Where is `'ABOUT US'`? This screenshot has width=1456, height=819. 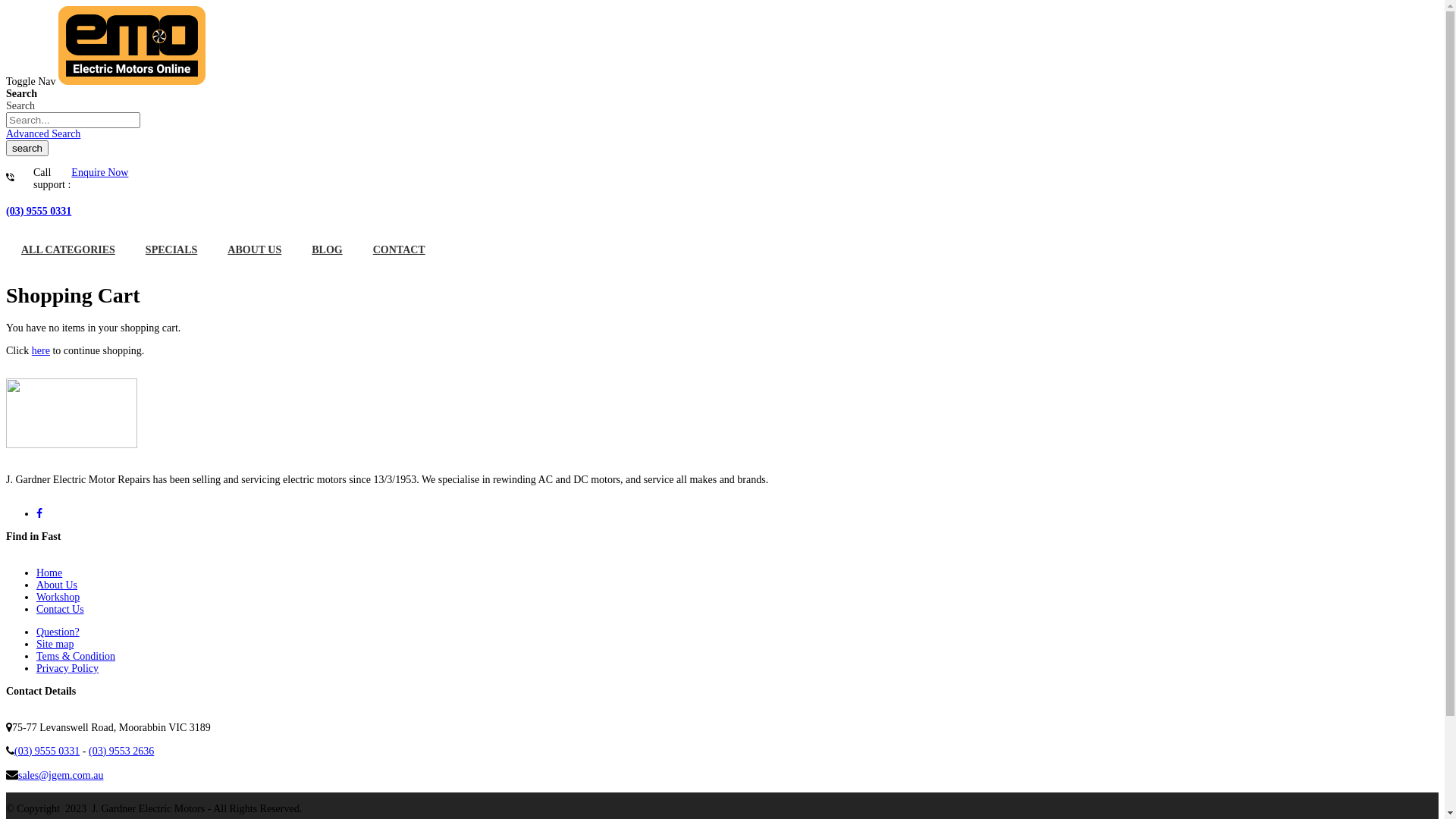
'ABOUT US' is located at coordinates (211, 249).